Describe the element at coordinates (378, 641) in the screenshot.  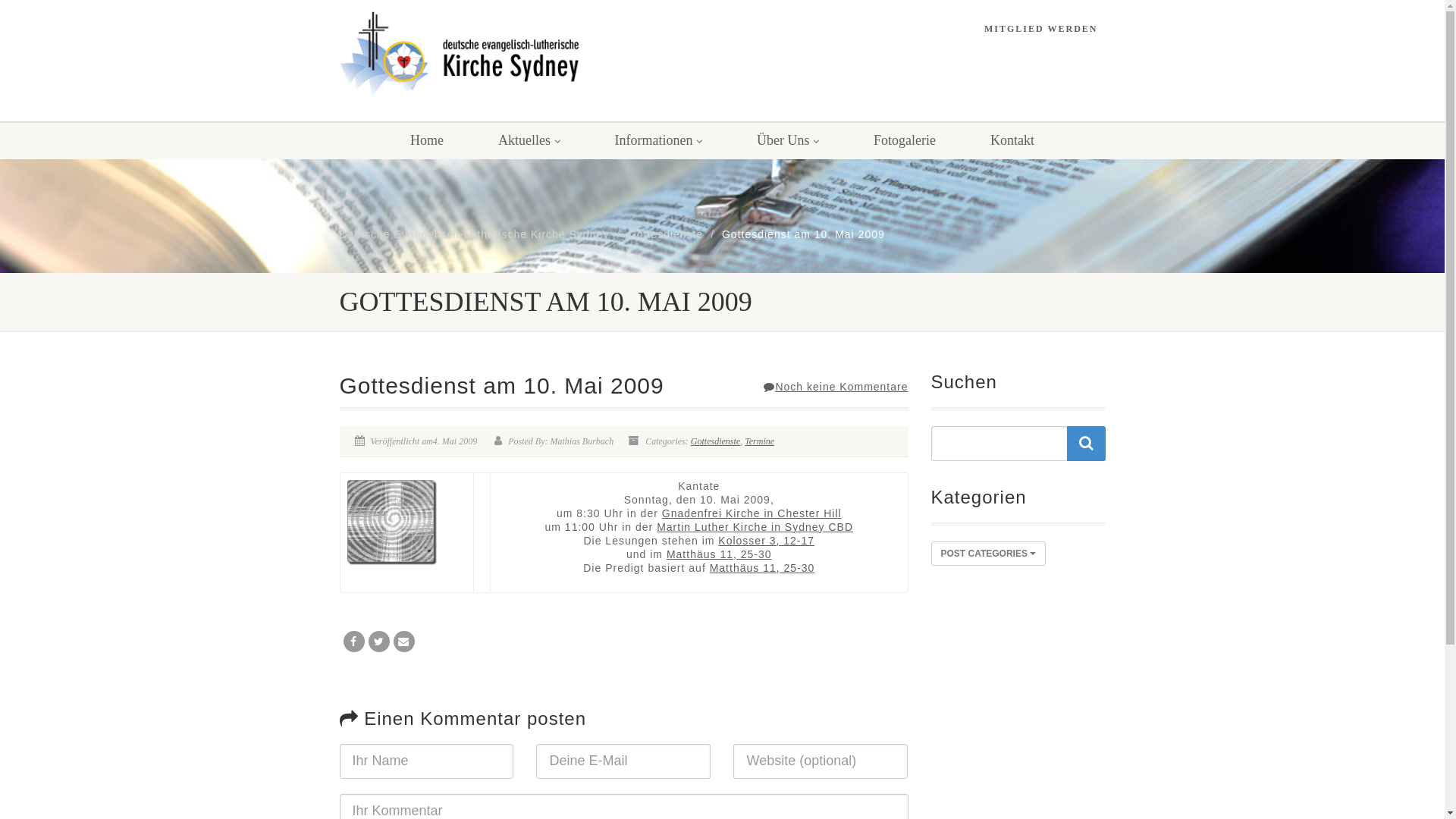
I see `'Tweet'` at that location.